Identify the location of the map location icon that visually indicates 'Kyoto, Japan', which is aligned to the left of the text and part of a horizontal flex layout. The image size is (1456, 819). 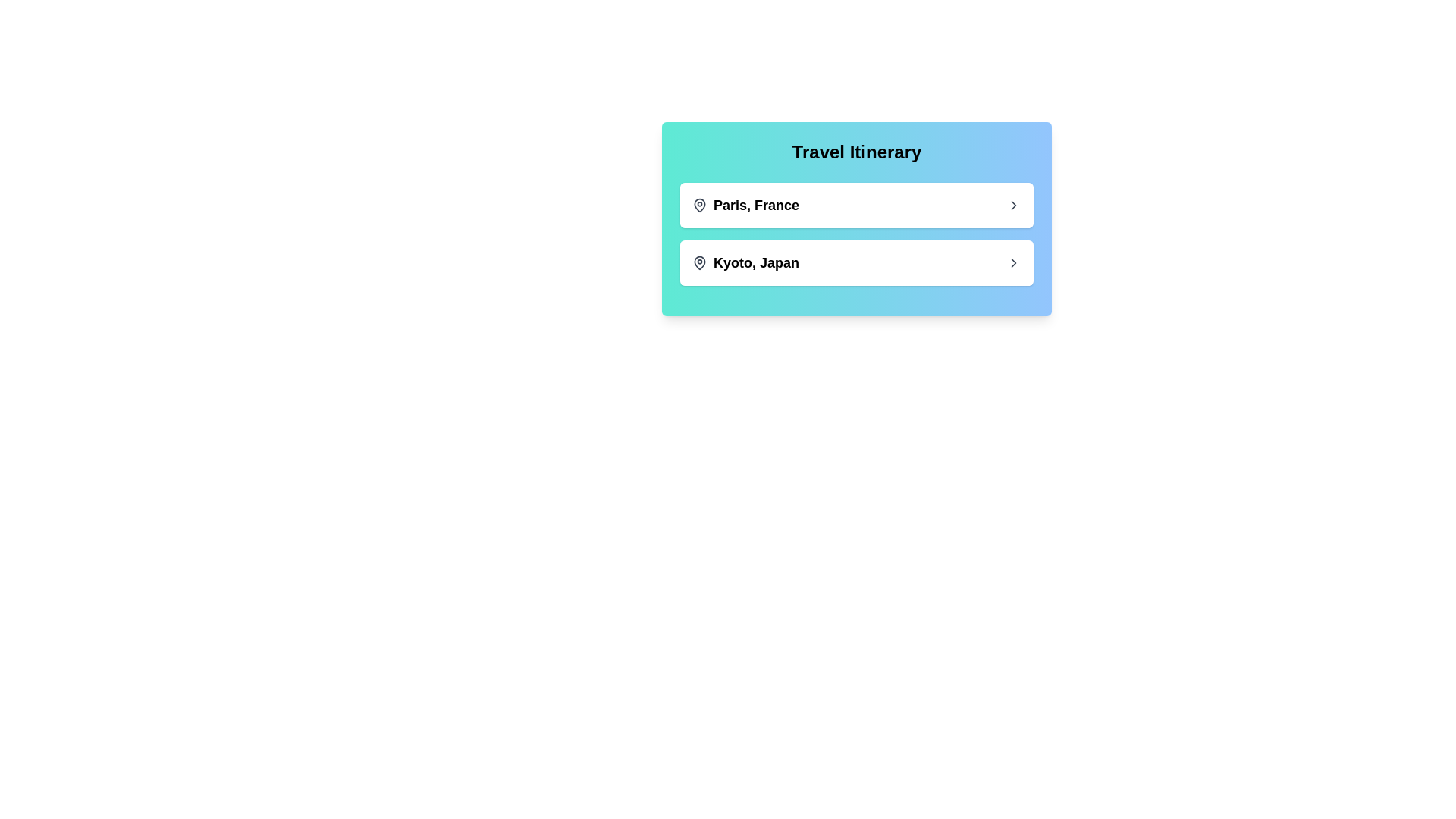
(698, 262).